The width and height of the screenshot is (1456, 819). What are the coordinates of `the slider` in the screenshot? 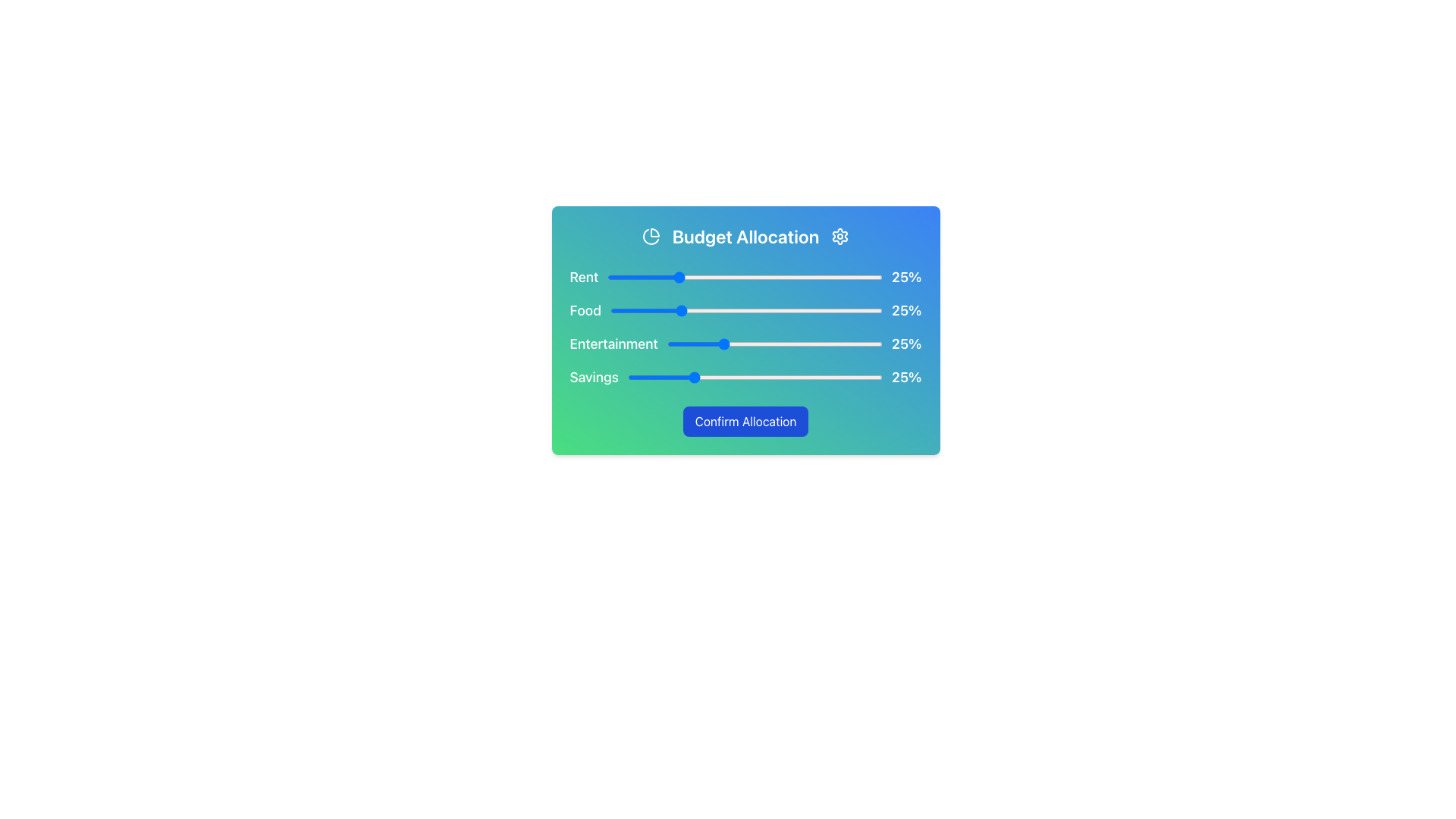 It's located at (730, 309).